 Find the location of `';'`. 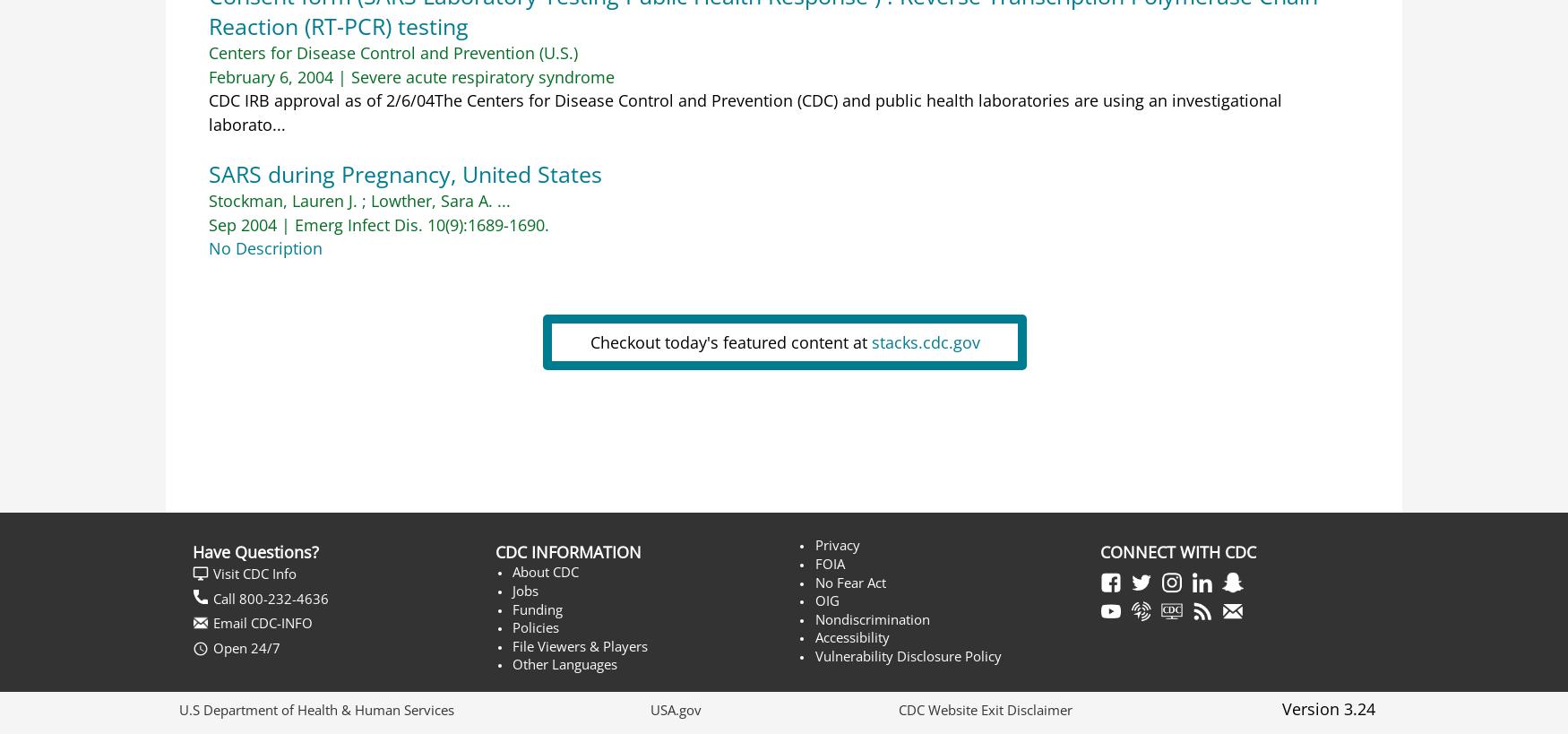

';' is located at coordinates (362, 200).